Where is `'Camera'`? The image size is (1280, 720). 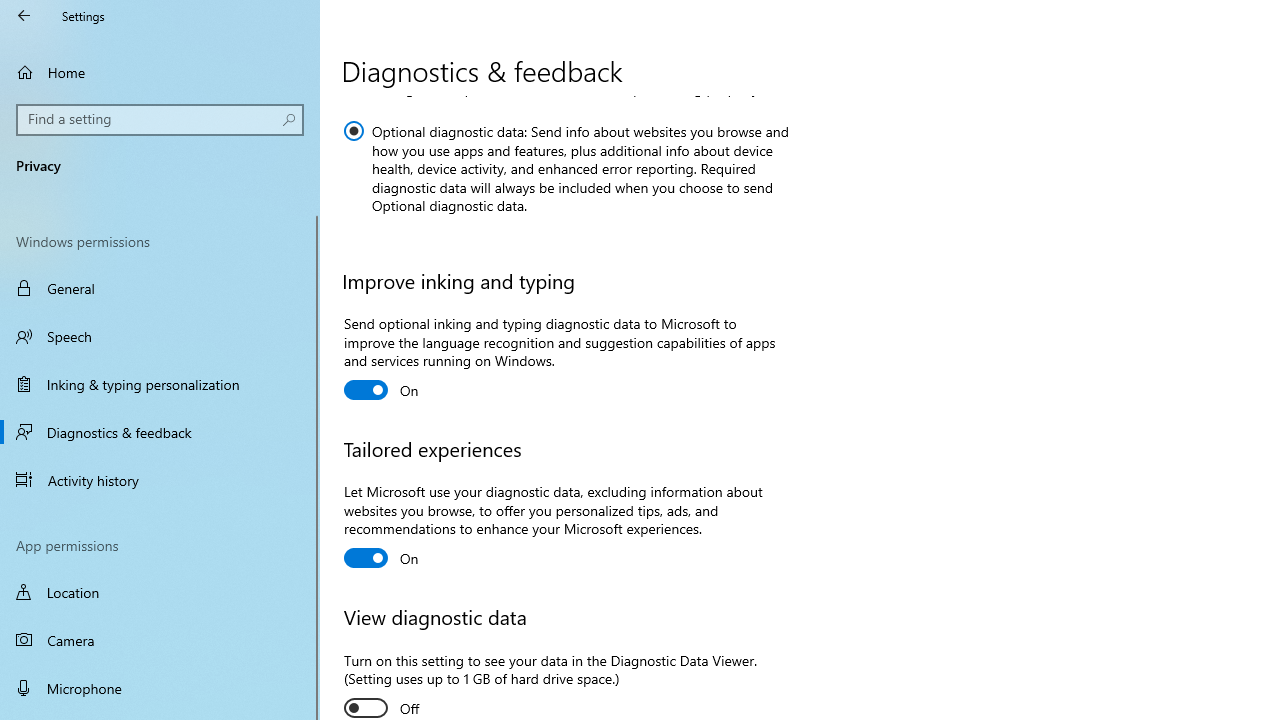
'Camera' is located at coordinates (160, 640).